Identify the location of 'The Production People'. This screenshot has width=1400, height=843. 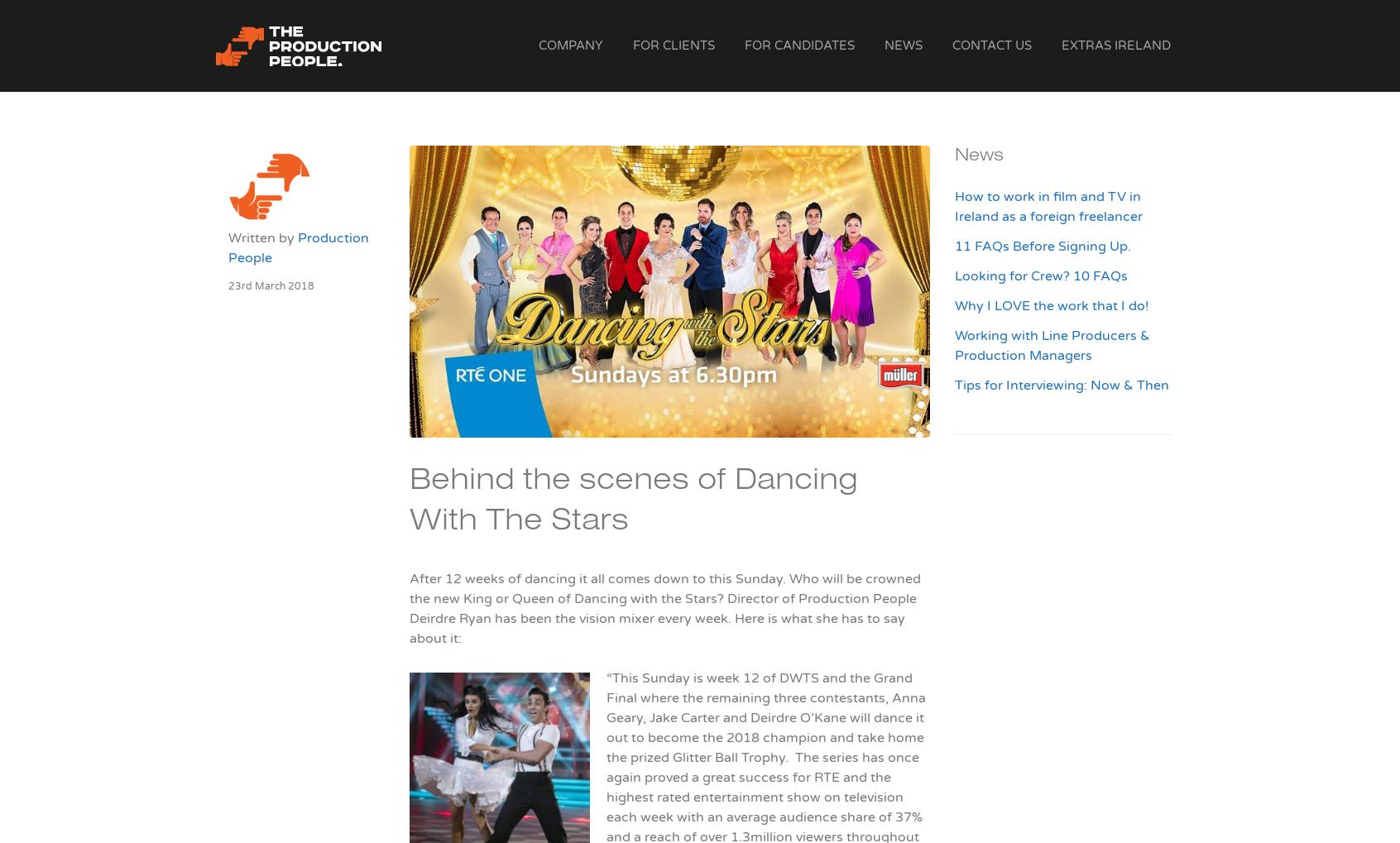
(590, 42).